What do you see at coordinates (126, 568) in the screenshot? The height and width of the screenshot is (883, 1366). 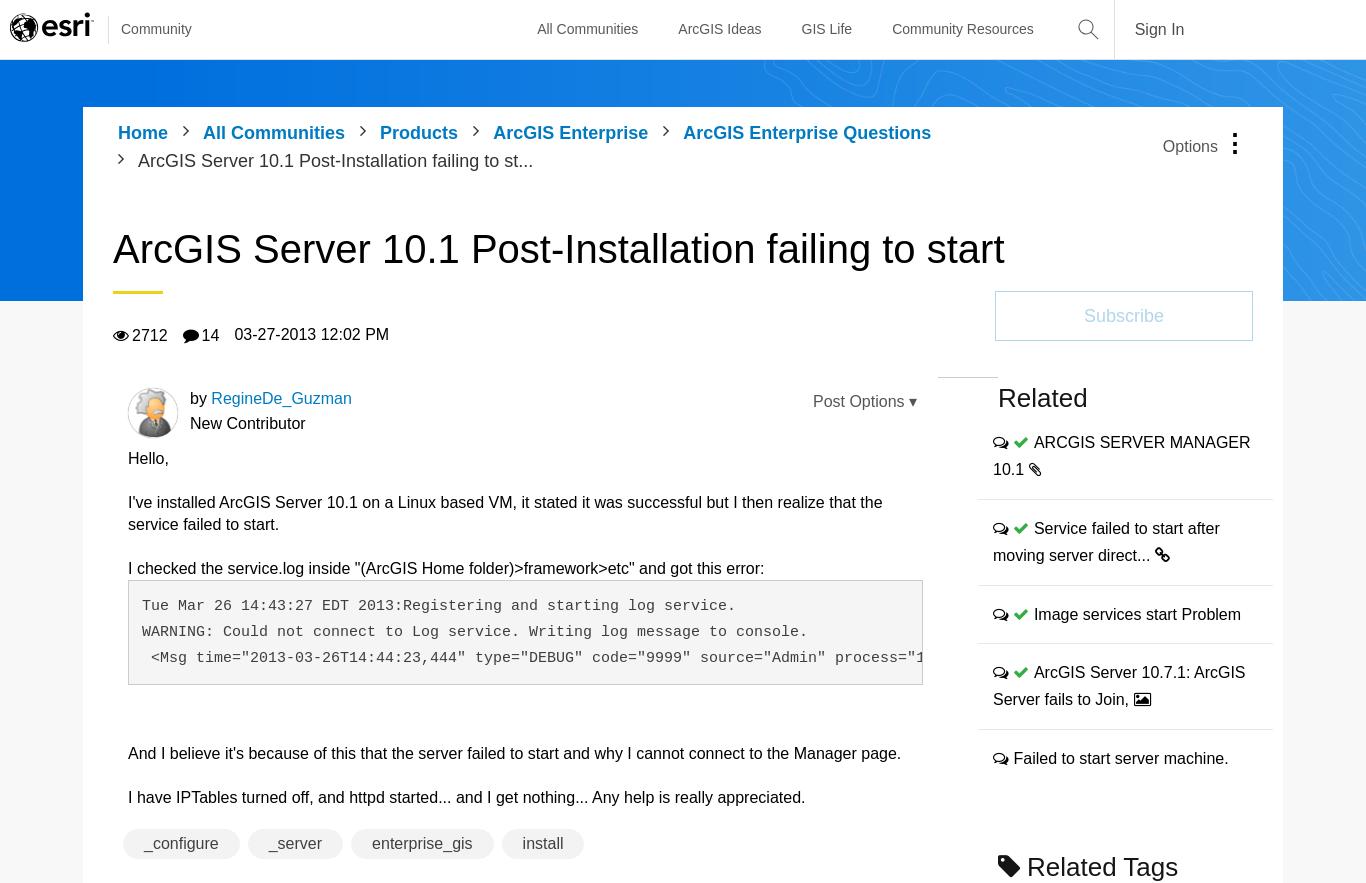 I see `'I checked the service.log inside "(ArcGIS Home folder)>framework>etc" and got this error:'` at bounding box center [126, 568].